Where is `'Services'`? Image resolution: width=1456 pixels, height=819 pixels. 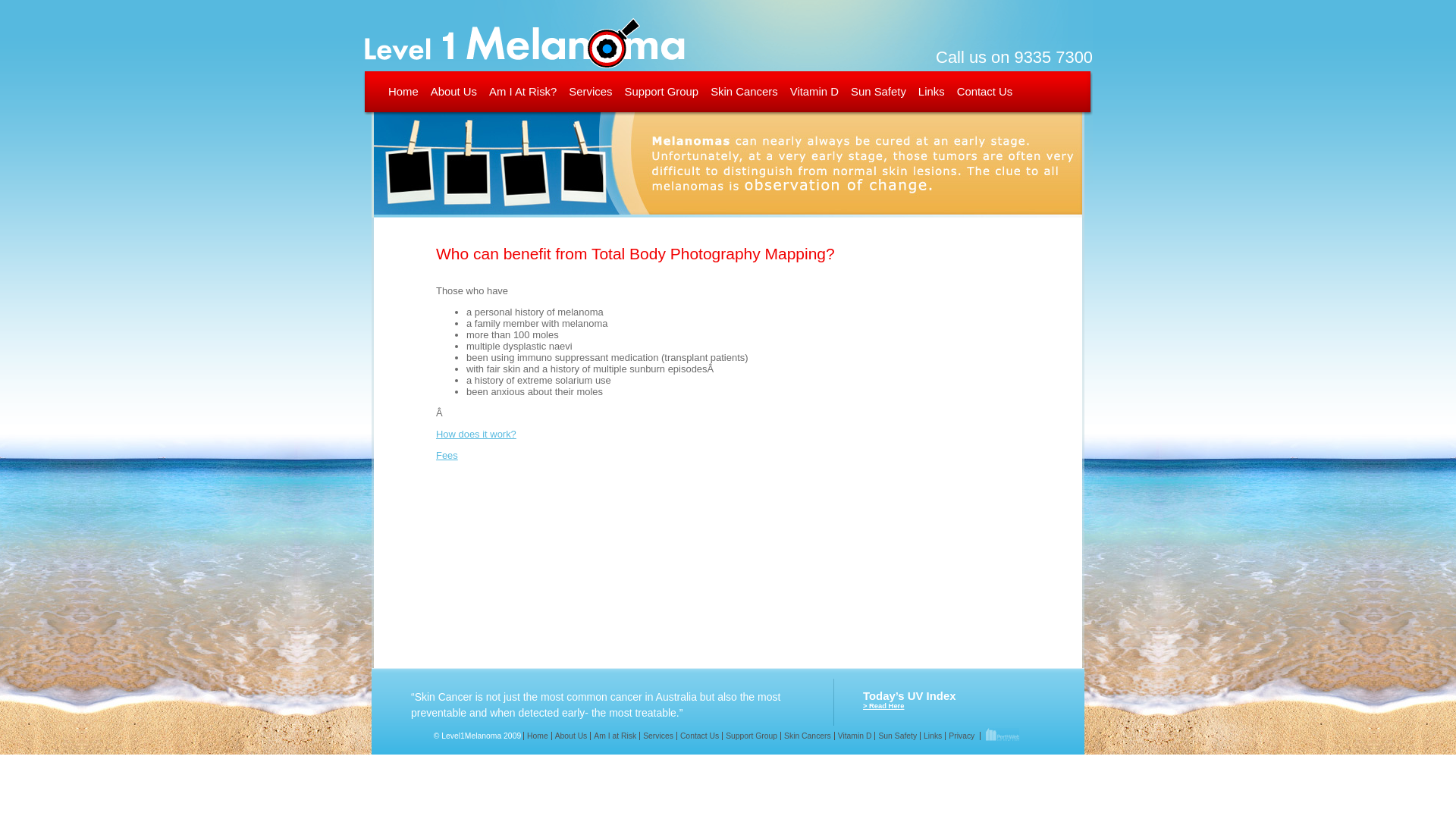
'Services' is located at coordinates (589, 91).